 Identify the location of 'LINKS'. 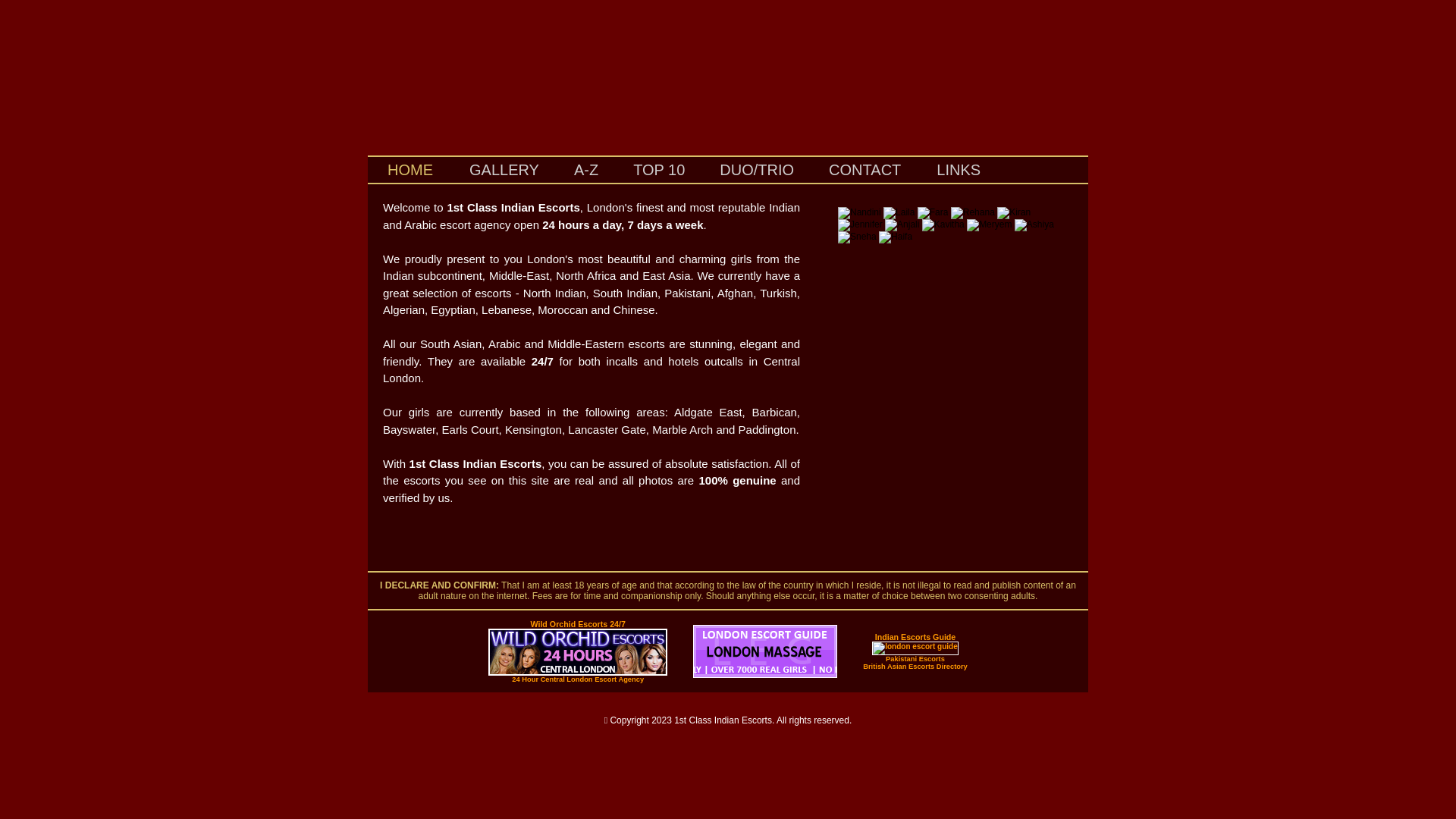
(918, 169).